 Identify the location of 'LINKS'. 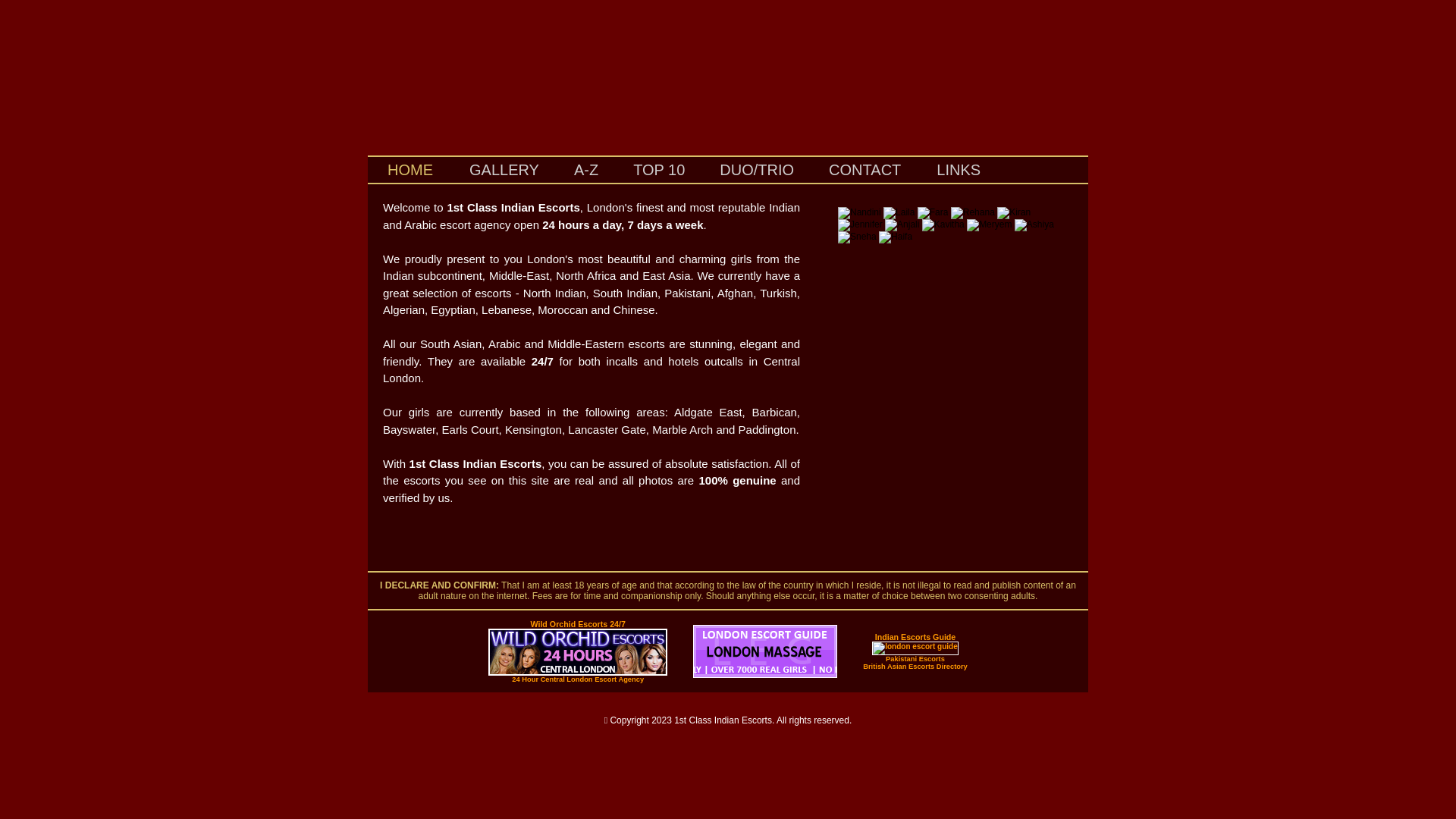
(918, 169).